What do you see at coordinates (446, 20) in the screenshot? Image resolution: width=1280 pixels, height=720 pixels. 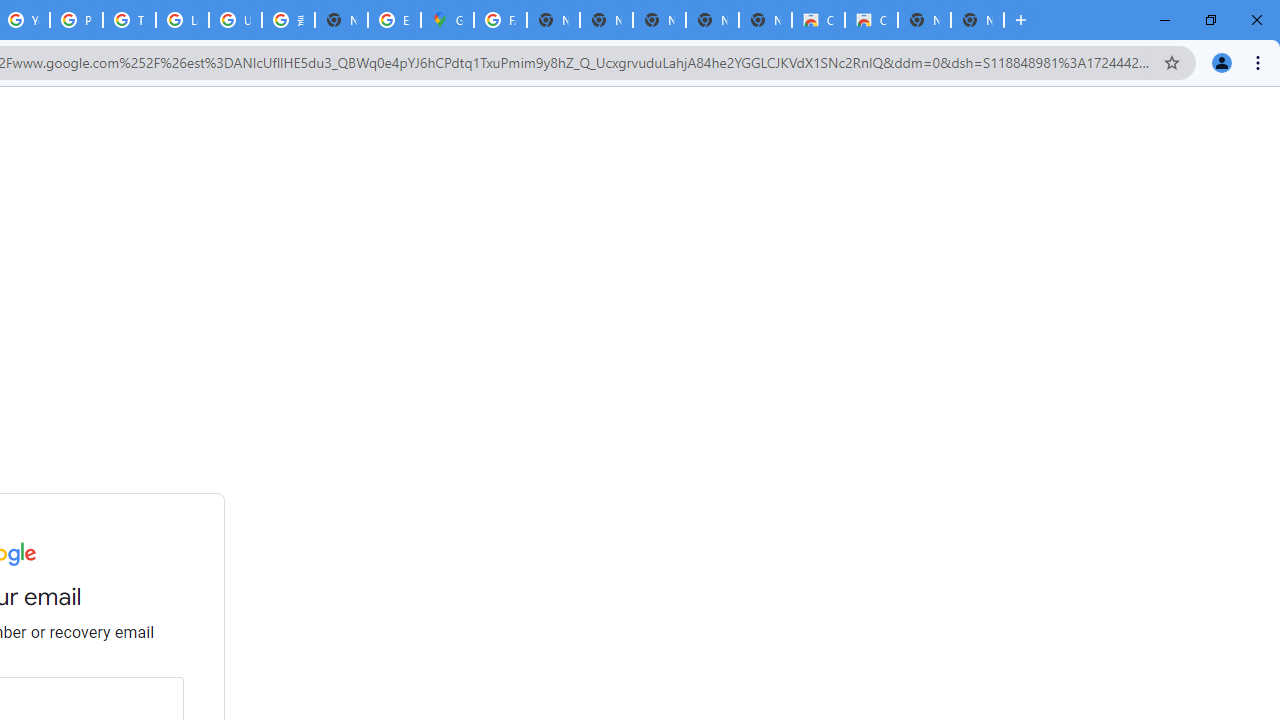 I see `'Google Maps'` at bounding box center [446, 20].